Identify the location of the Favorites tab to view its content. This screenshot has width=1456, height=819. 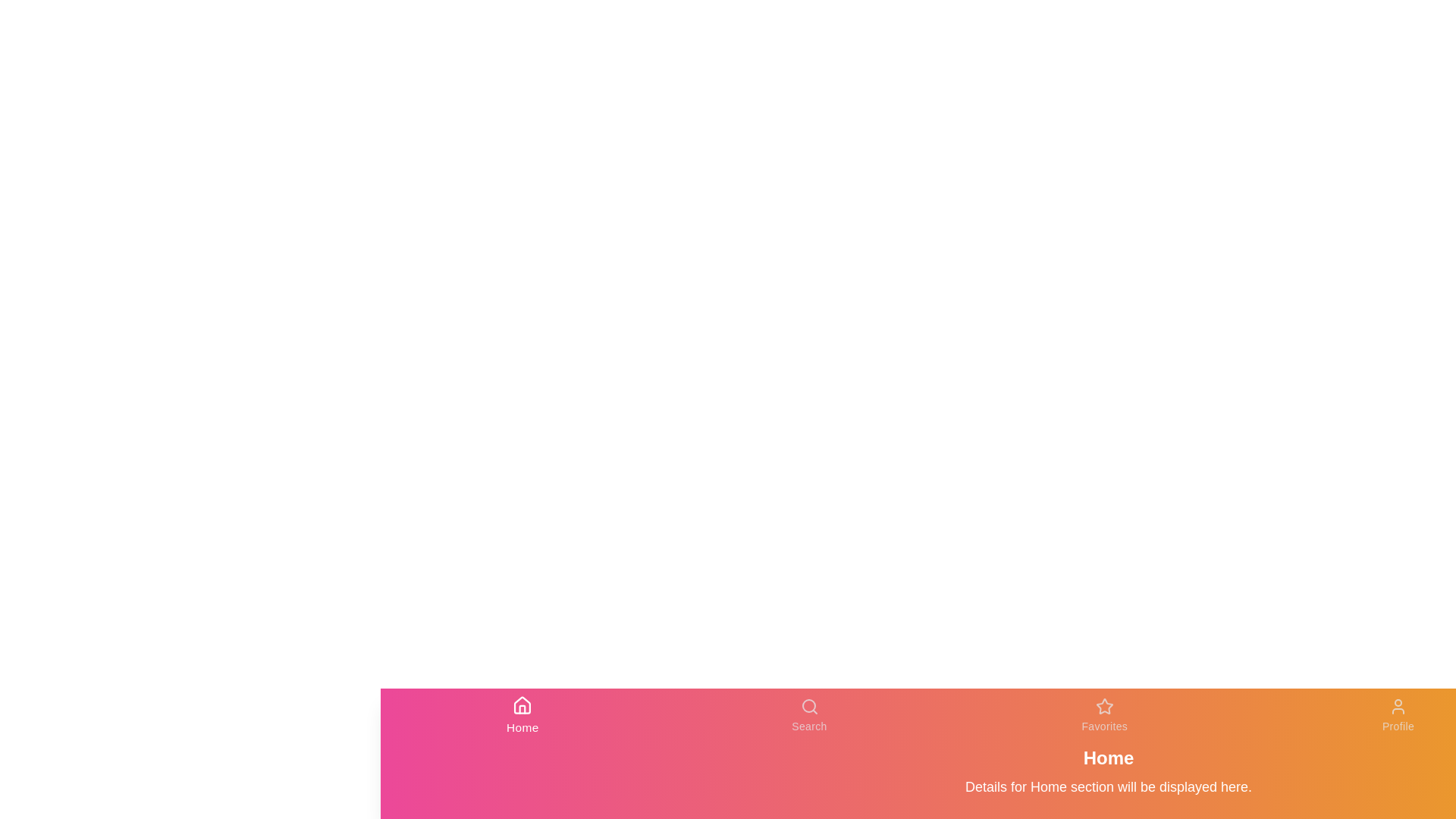
(1105, 716).